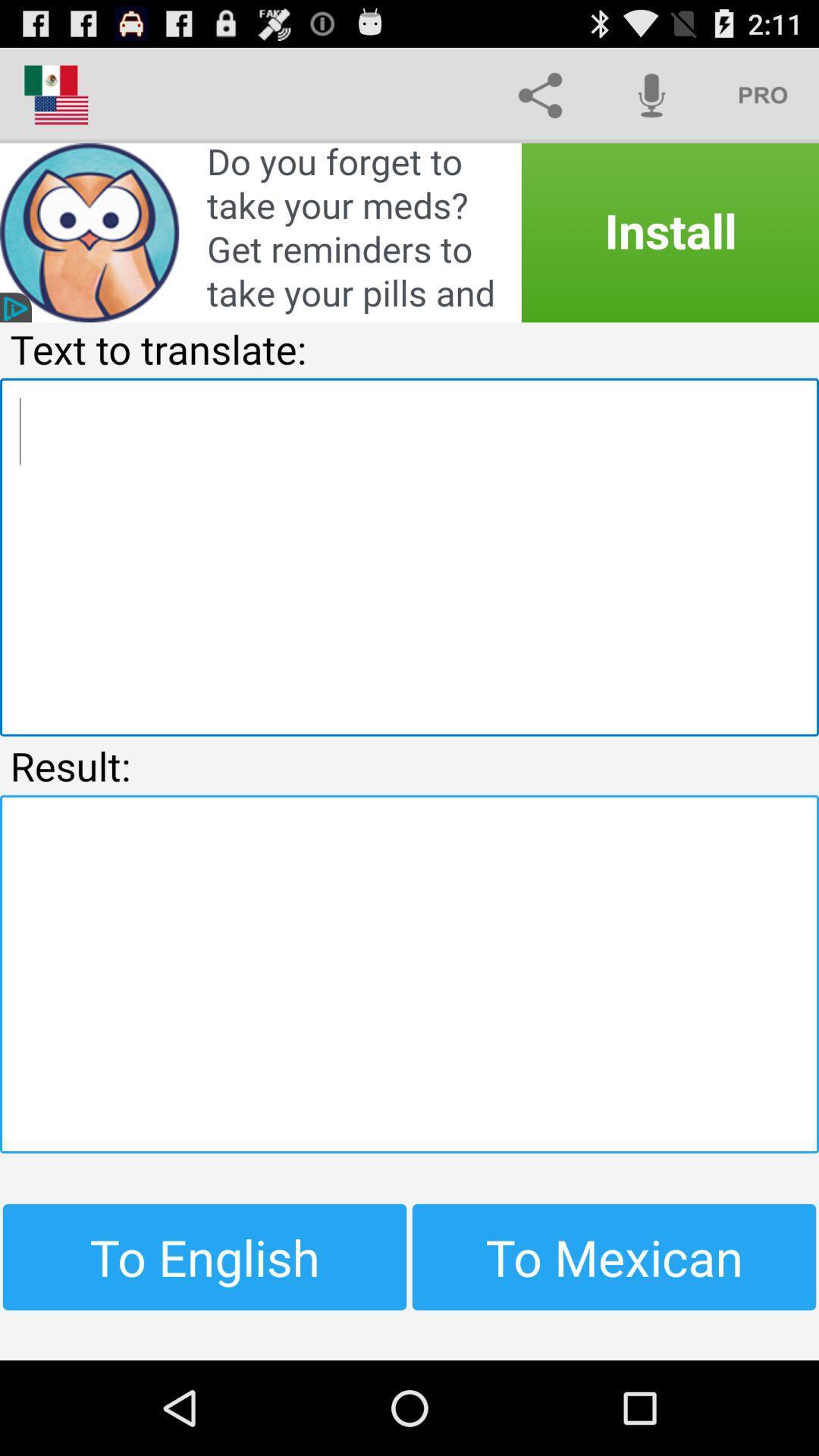 The height and width of the screenshot is (1456, 819). Describe the element at coordinates (409, 974) in the screenshot. I see `showing result` at that location.